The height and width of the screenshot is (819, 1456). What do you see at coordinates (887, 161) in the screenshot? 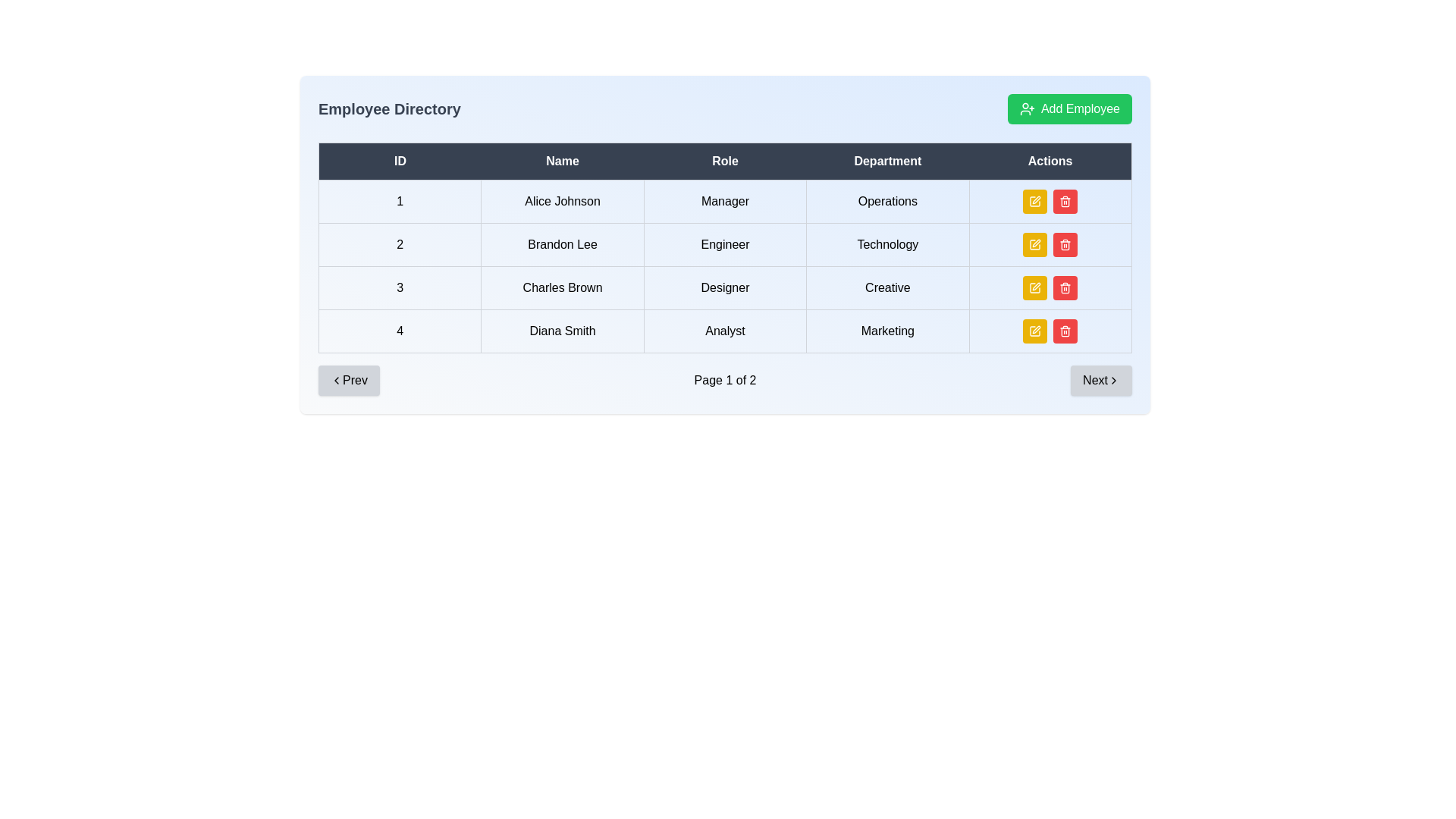
I see `the header cell labeled 'Department', which has a dark background and bold white text, positioned between the 'Role' and 'Actions' headers in the top-right section of the table` at bounding box center [887, 161].